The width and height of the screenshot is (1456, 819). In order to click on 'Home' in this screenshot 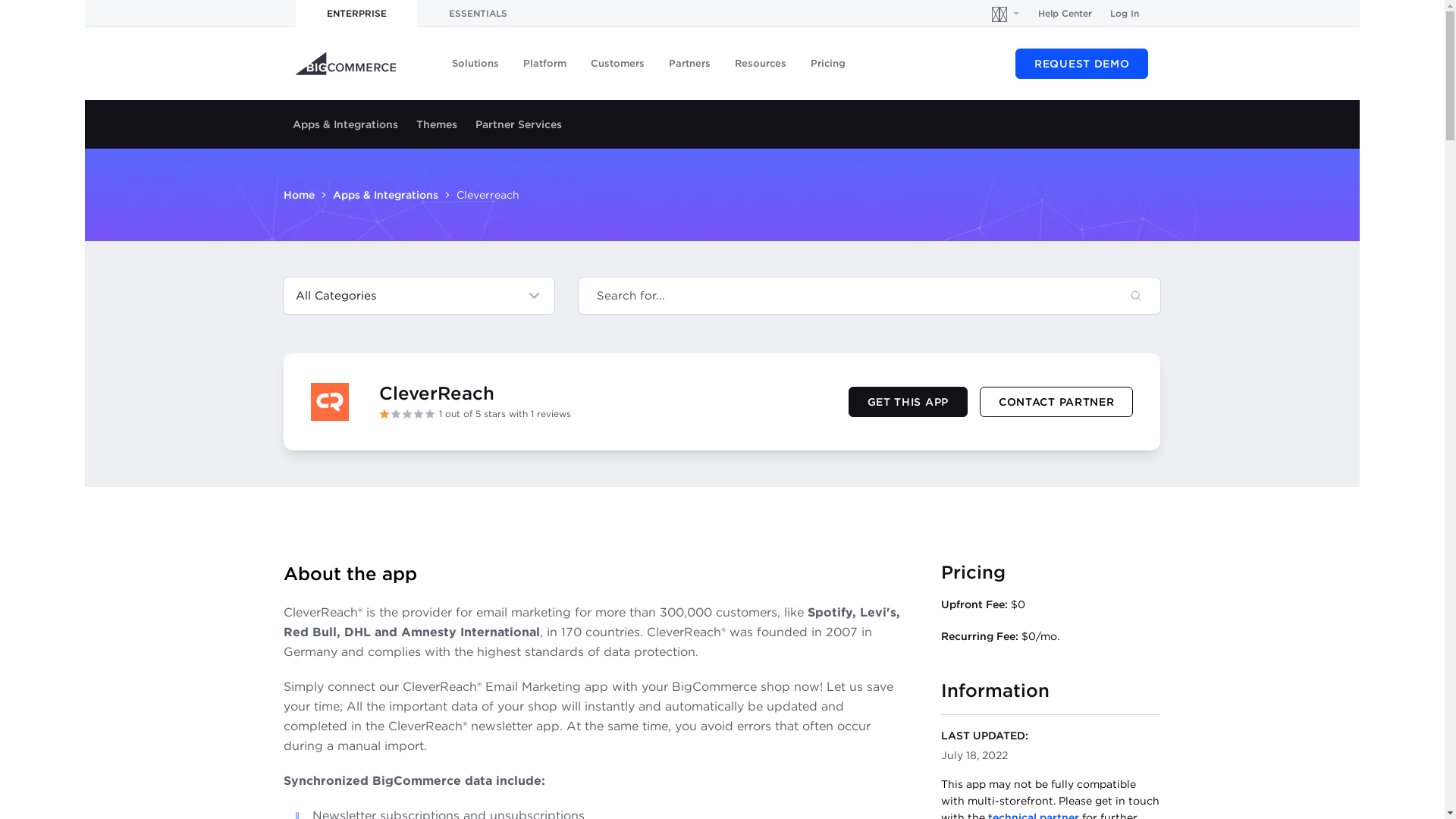, I will do `click(299, 194)`.